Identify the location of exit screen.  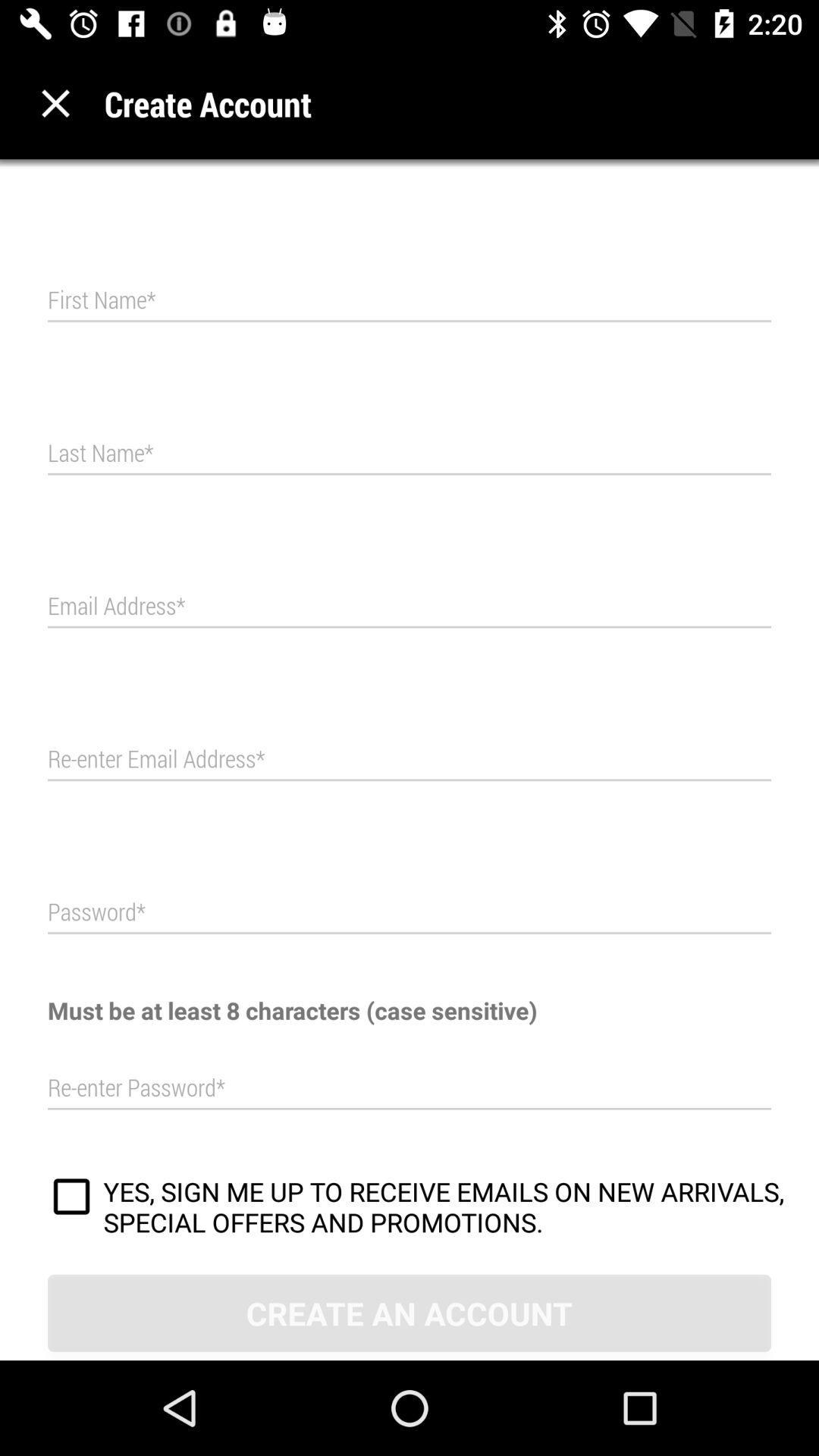
(55, 102).